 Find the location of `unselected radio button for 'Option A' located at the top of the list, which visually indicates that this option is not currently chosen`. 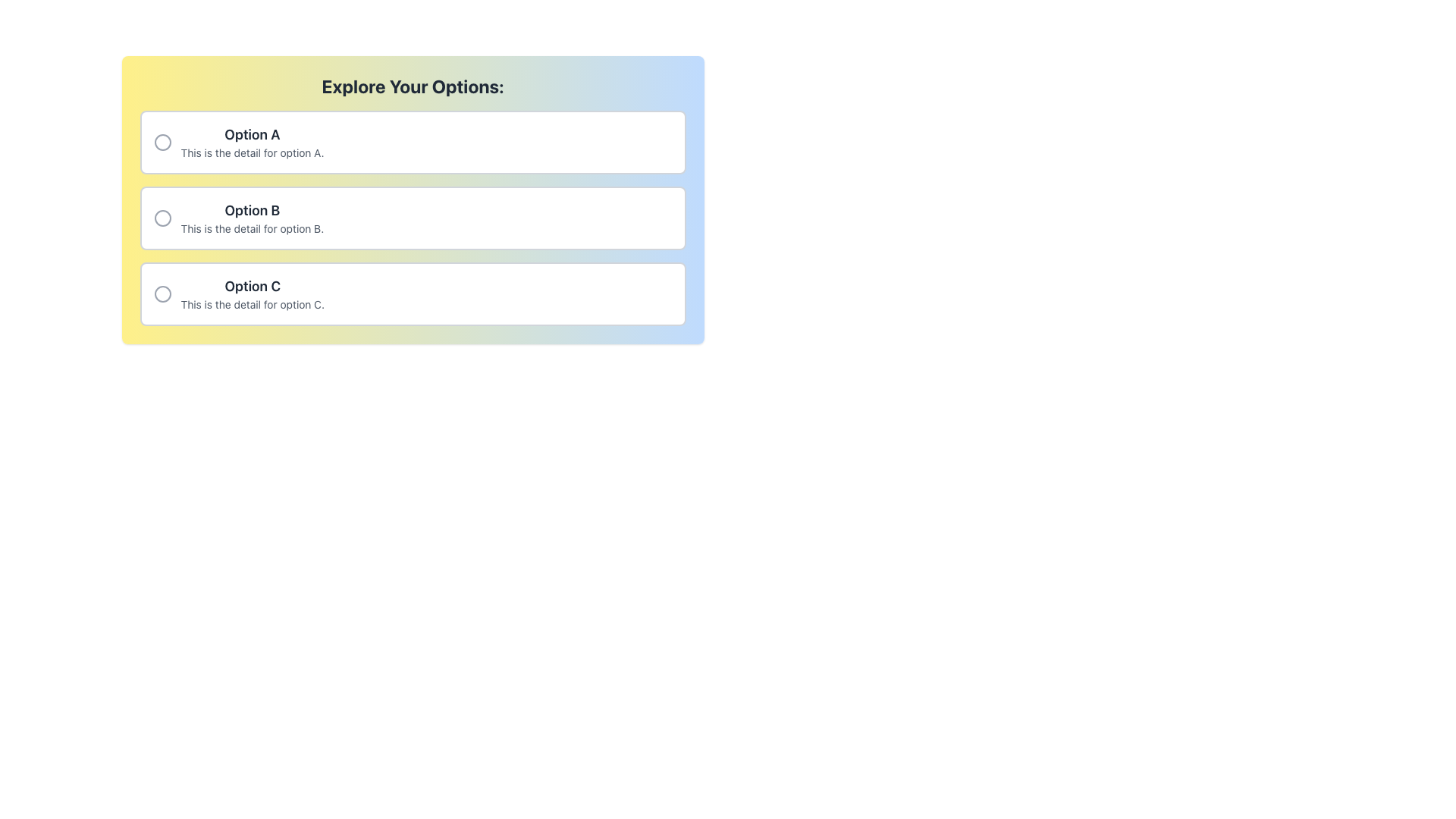

unselected radio button for 'Option A' located at the top of the list, which visually indicates that this option is not currently chosen is located at coordinates (162, 143).